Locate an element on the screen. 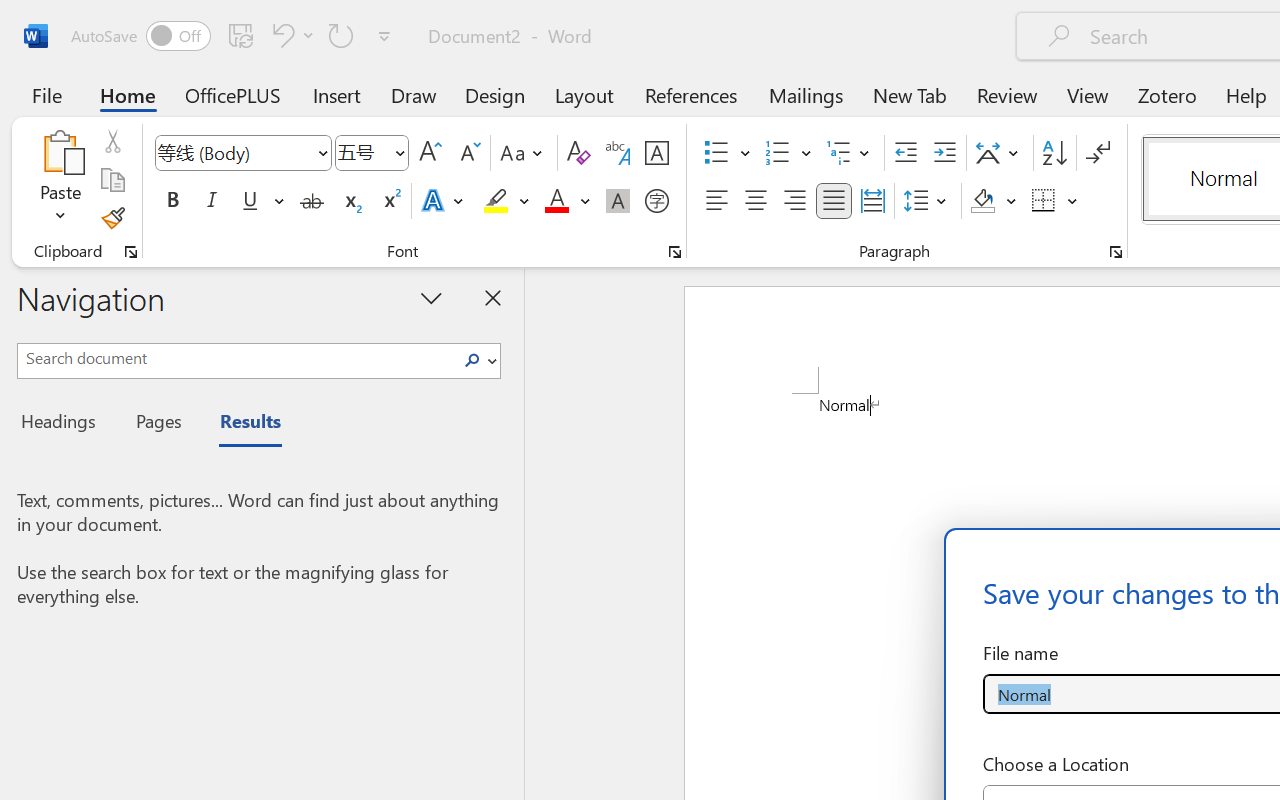 The height and width of the screenshot is (800, 1280). 'Increase Indent' is located at coordinates (943, 153).